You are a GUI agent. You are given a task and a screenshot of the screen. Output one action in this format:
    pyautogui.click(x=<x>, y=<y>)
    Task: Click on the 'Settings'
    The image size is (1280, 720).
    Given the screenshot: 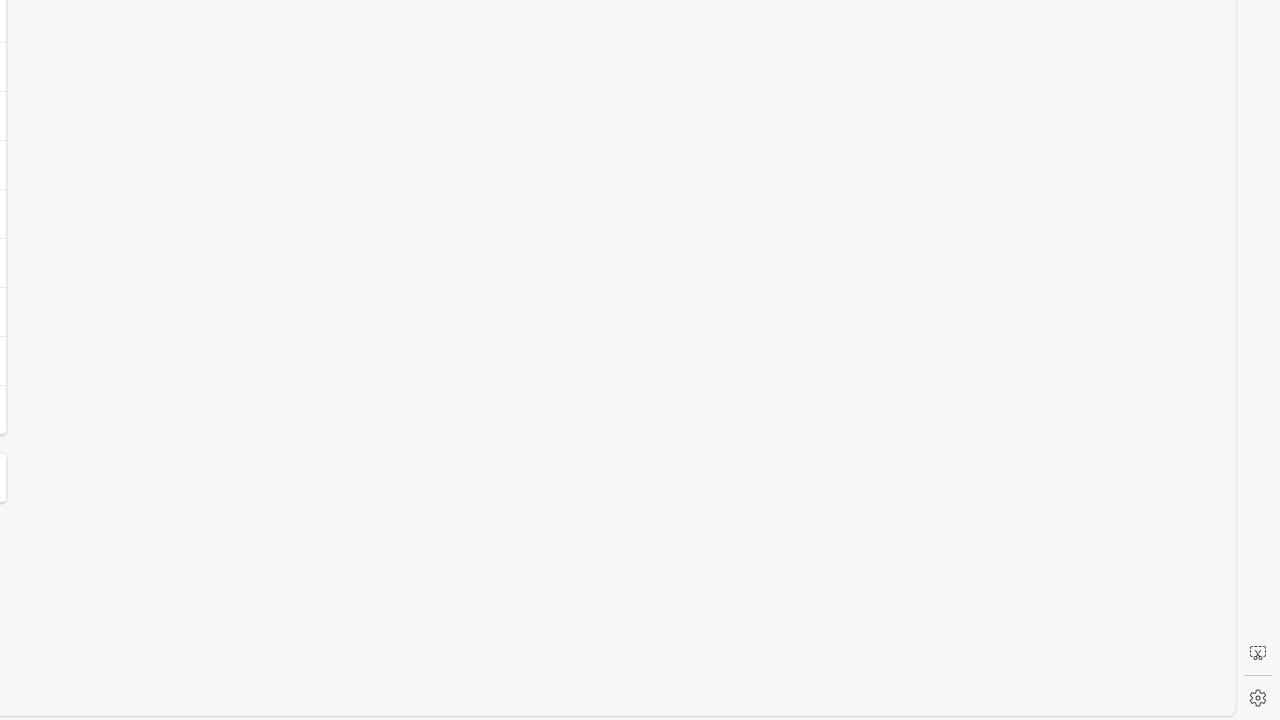 What is the action you would take?
    pyautogui.click(x=1256, y=696)
    